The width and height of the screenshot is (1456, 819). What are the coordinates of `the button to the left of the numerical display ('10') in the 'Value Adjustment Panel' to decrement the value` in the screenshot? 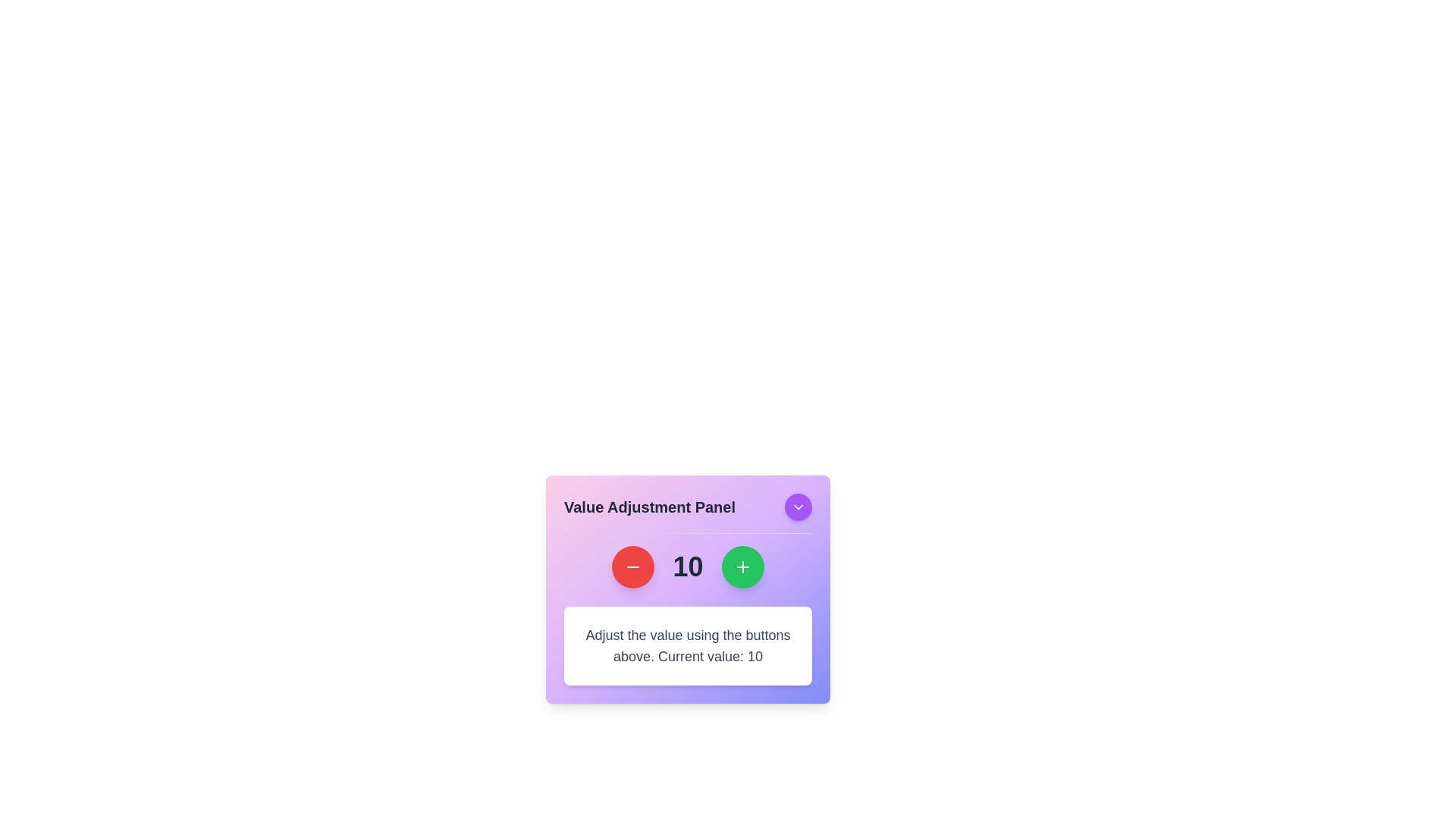 It's located at (633, 567).